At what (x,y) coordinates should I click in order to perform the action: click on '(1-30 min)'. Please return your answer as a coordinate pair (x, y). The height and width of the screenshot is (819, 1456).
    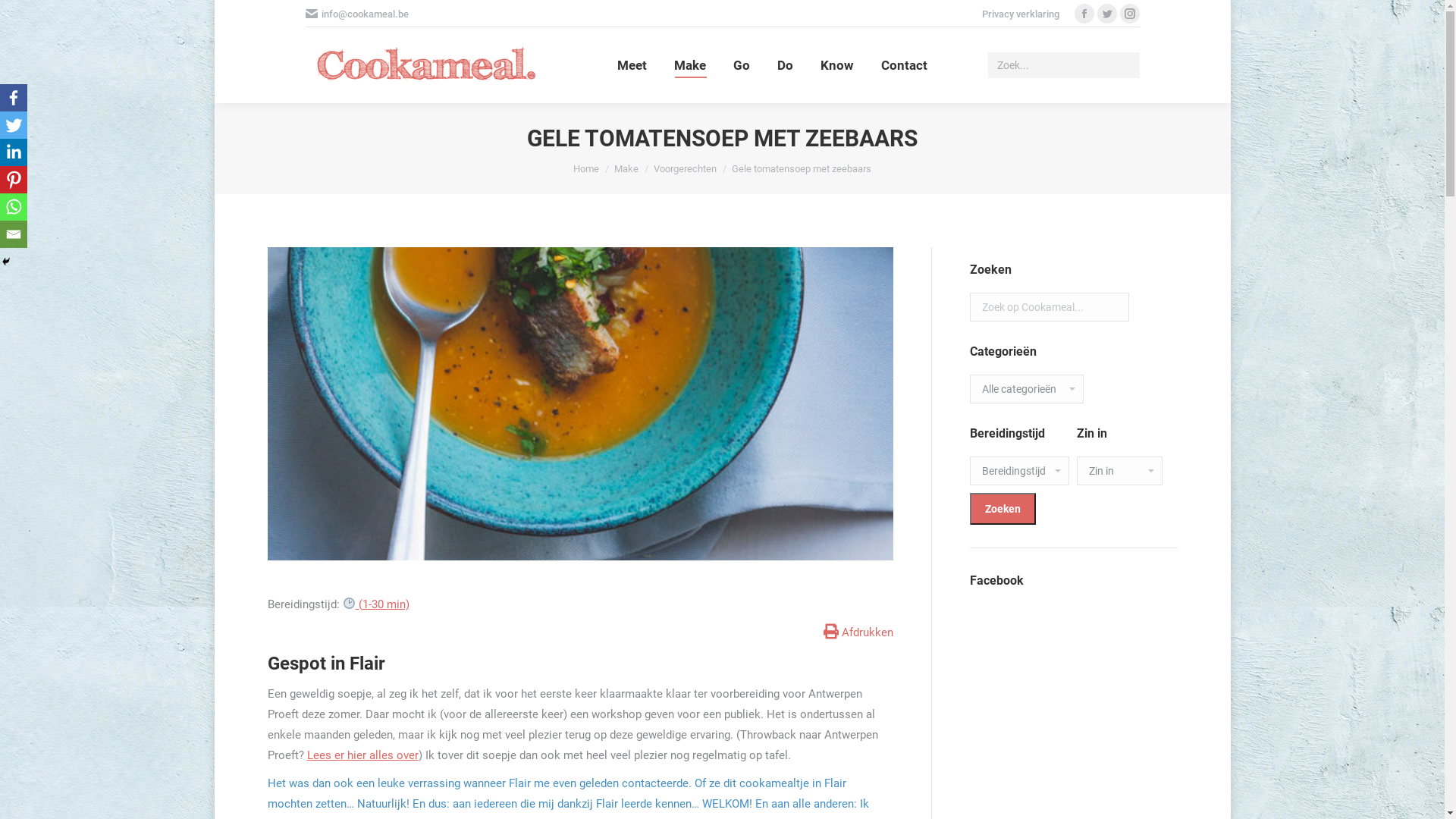
    Looking at the image, I should click on (341, 604).